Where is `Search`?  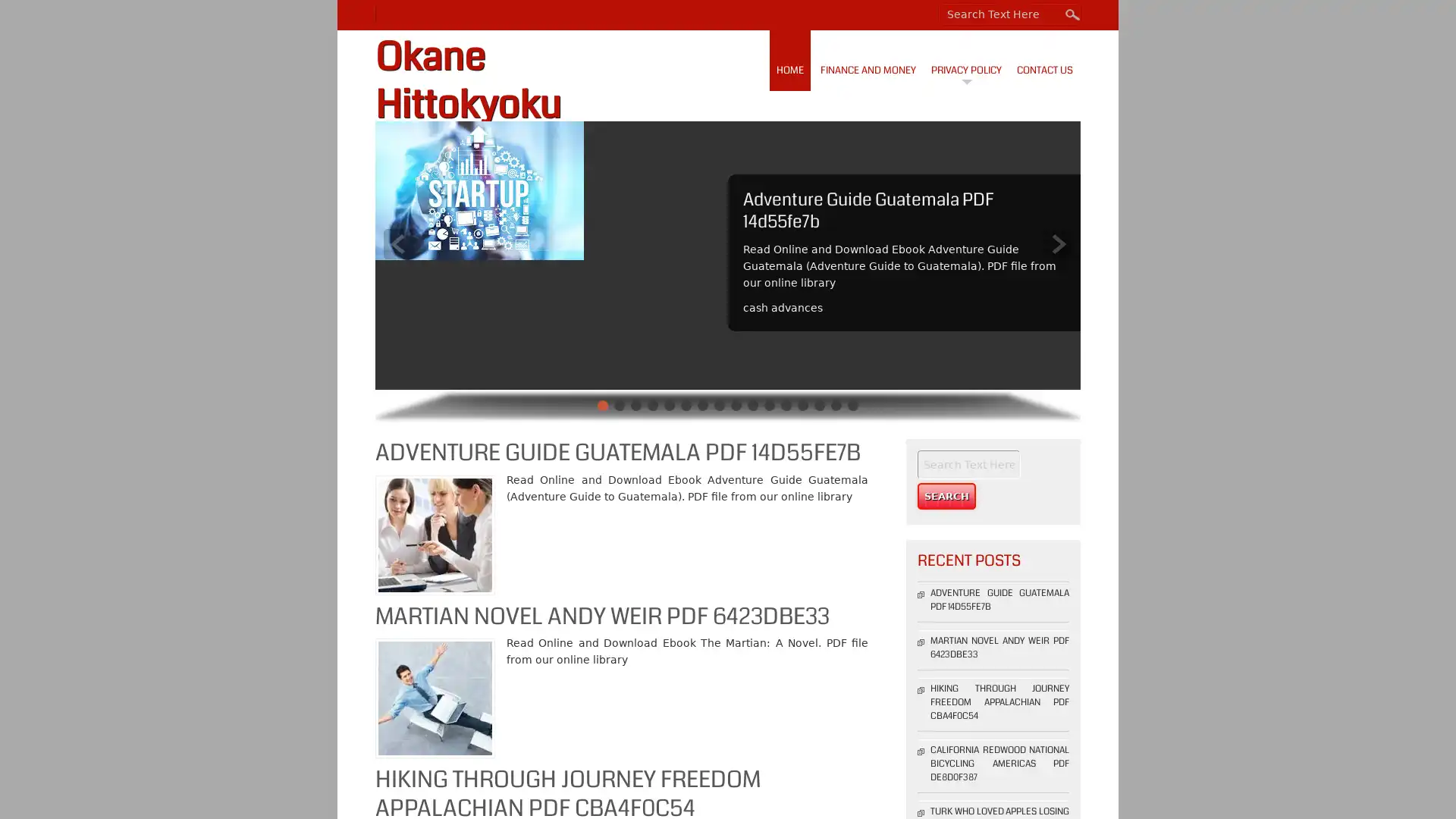
Search is located at coordinates (946, 496).